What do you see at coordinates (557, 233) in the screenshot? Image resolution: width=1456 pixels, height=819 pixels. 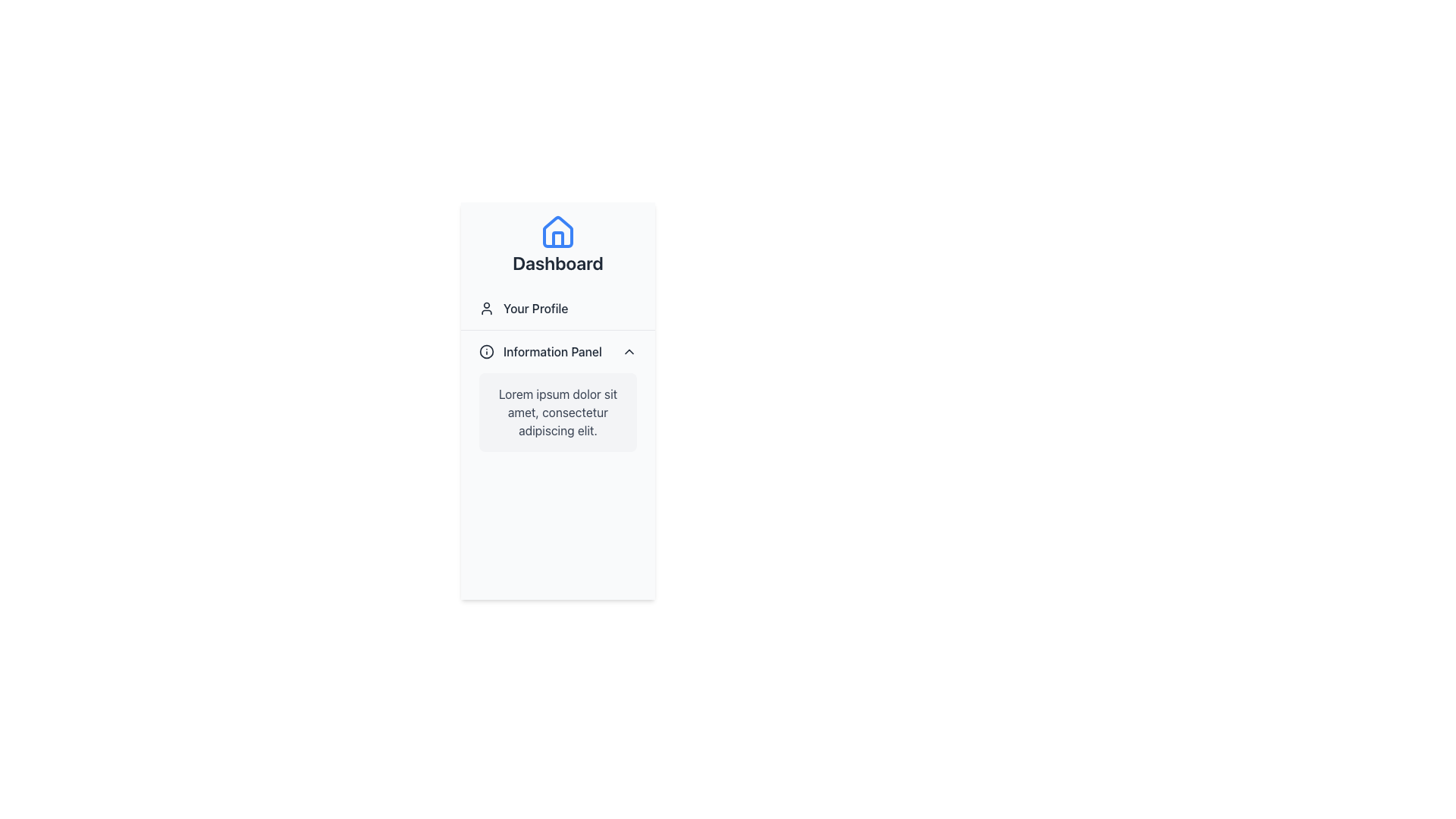 I see `the icon that visually indicates the purpose of the 'Dashboard' section, positioned centrally above the 'Dashboard' label` at bounding box center [557, 233].